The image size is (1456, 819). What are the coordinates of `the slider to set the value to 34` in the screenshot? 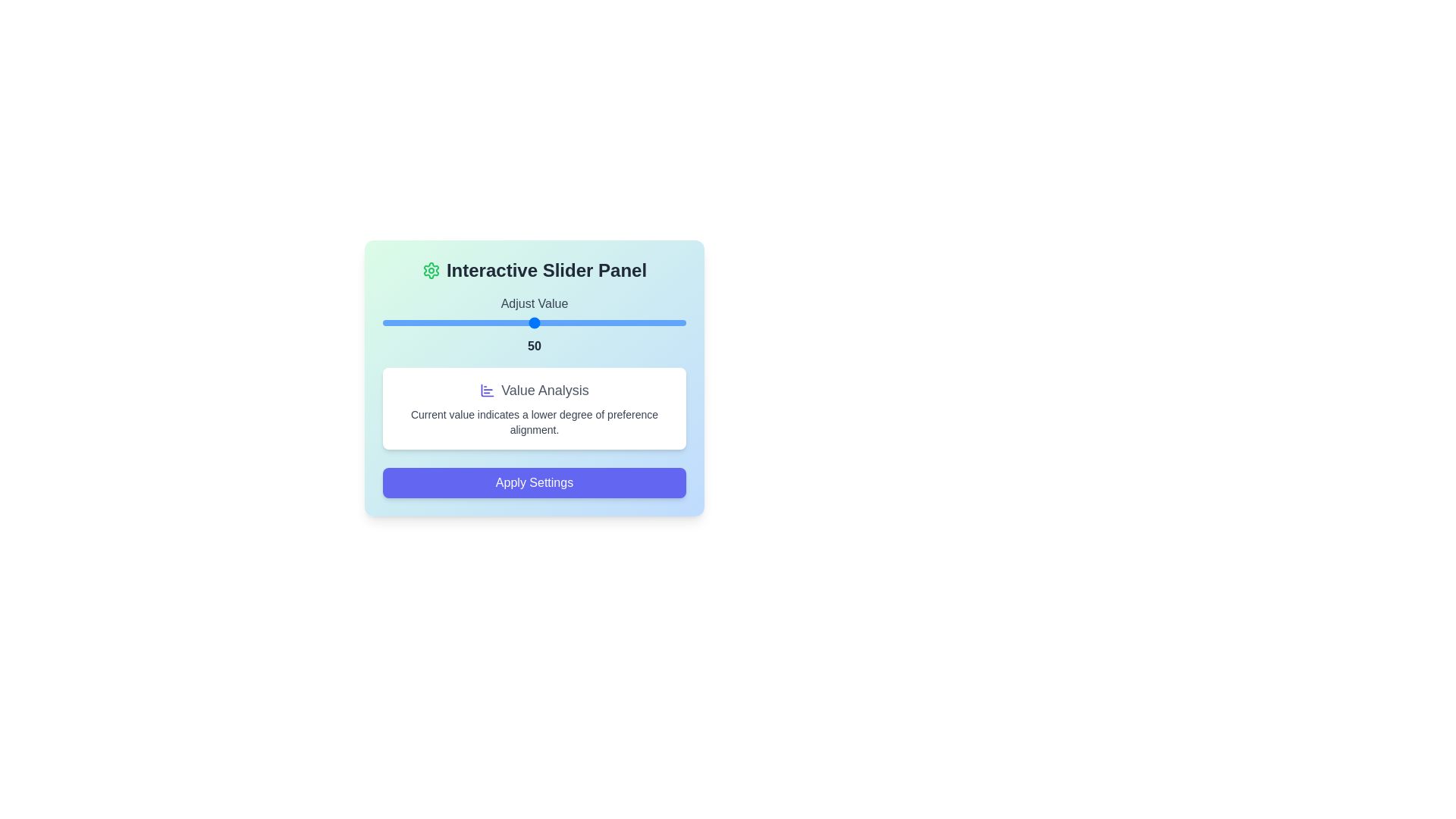 It's located at (486, 322).